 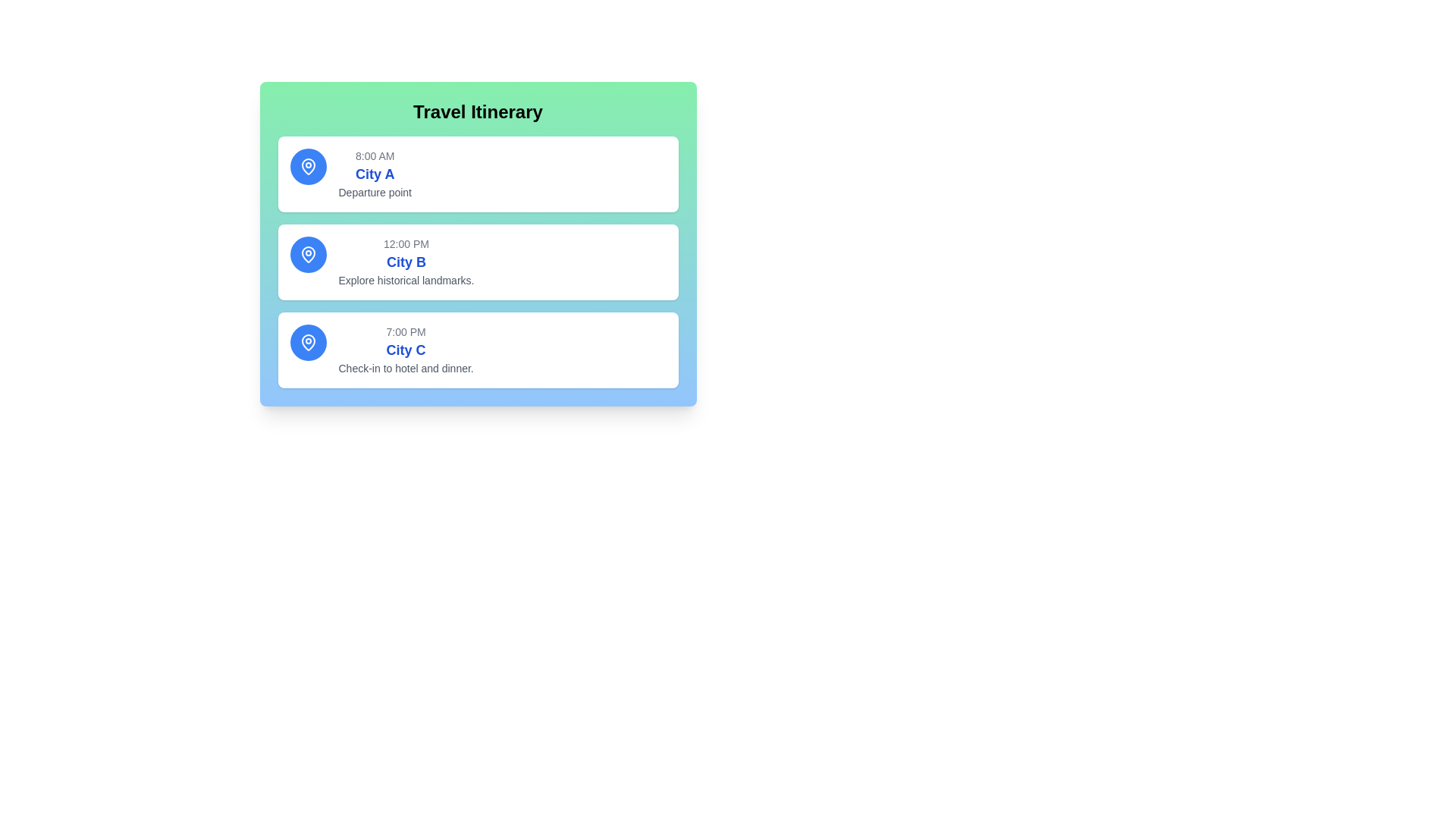 What do you see at coordinates (406, 350) in the screenshot?
I see `scheduling information displayed in the text area located at the bottom-most item of the vertically stacked list of white cards with rounded edges, positioned within the blue-colored section of the background gradient` at bounding box center [406, 350].